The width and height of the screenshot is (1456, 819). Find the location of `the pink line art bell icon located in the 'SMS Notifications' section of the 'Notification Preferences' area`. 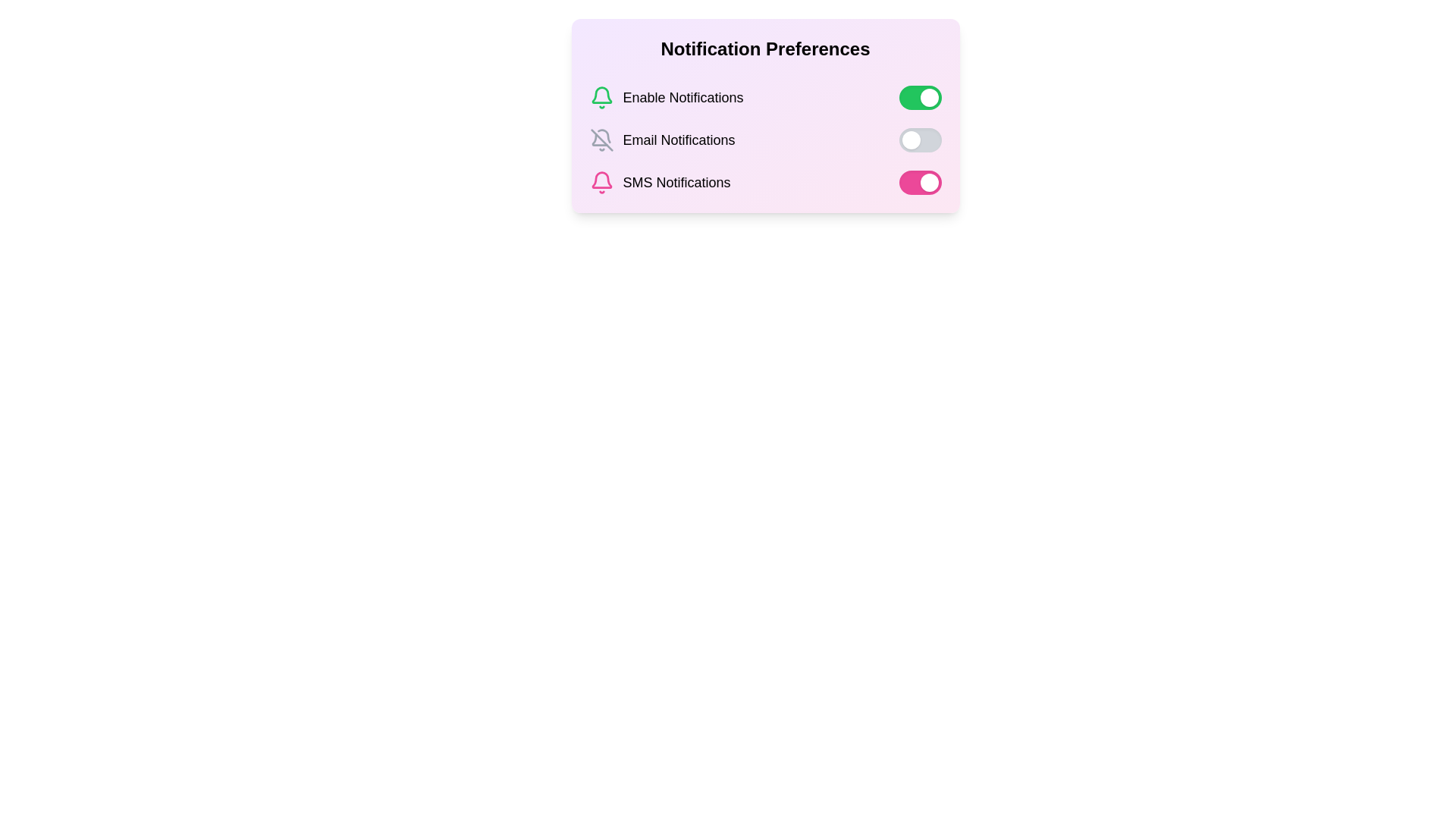

the pink line art bell icon located in the 'SMS Notifications' section of the 'Notification Preferences' area is located at coordinates (601, 179).